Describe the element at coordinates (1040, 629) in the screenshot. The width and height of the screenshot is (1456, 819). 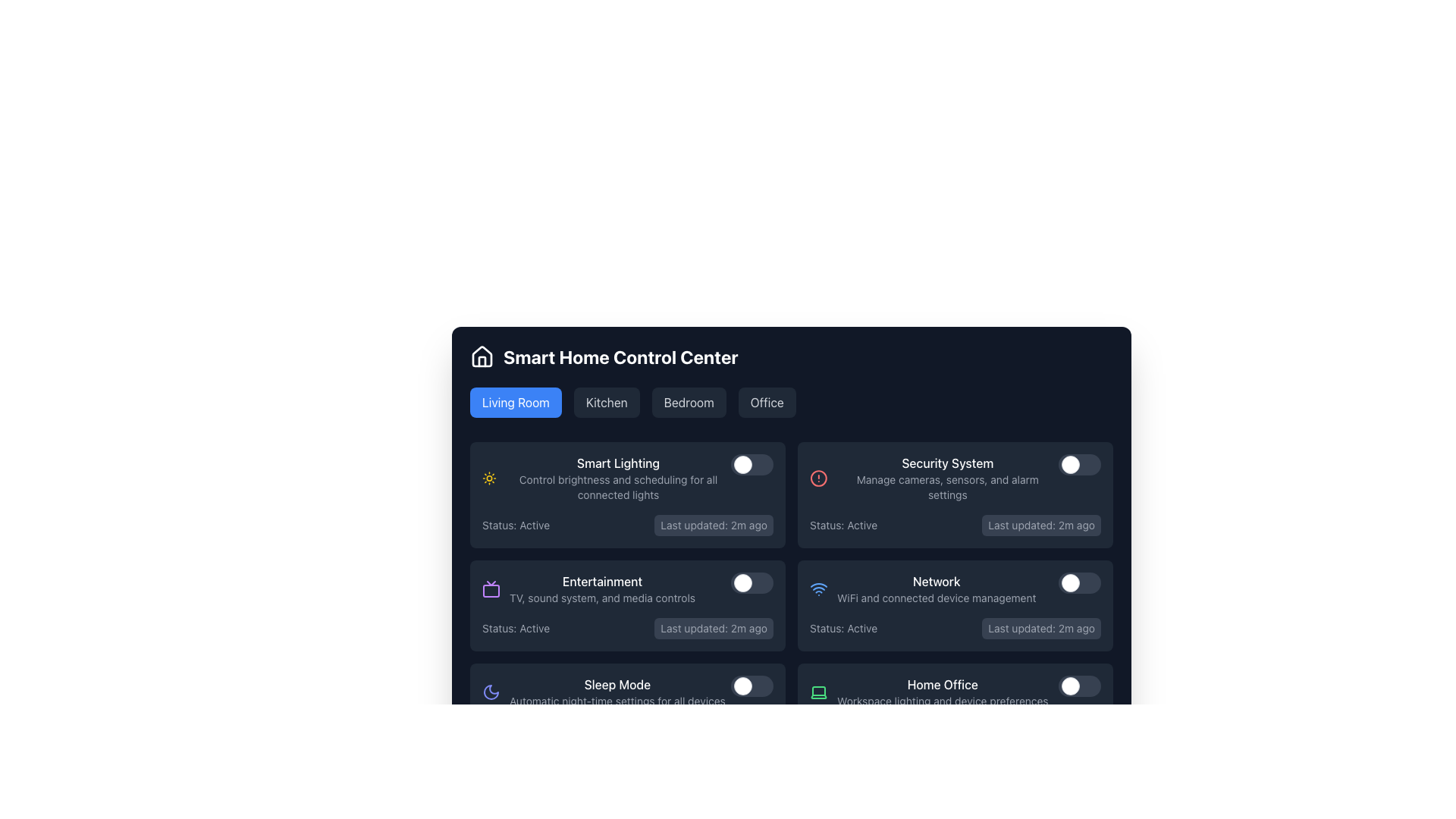
I see `the static informational text element indicating the timing of the last update, located in the bottom-right corner of the 'Network' section` at that location.